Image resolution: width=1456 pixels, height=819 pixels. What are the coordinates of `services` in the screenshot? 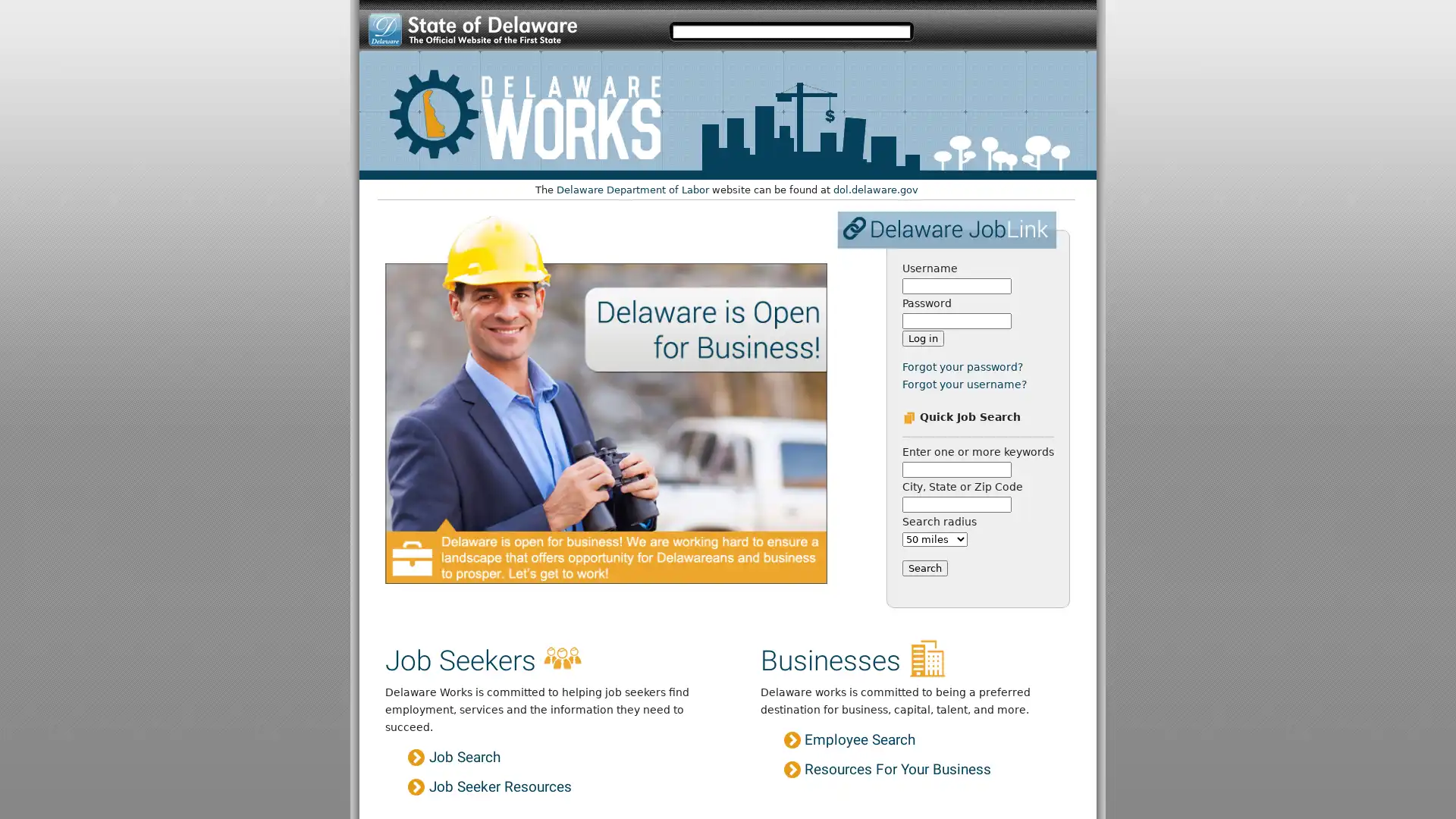 It's located at (1063, 30).